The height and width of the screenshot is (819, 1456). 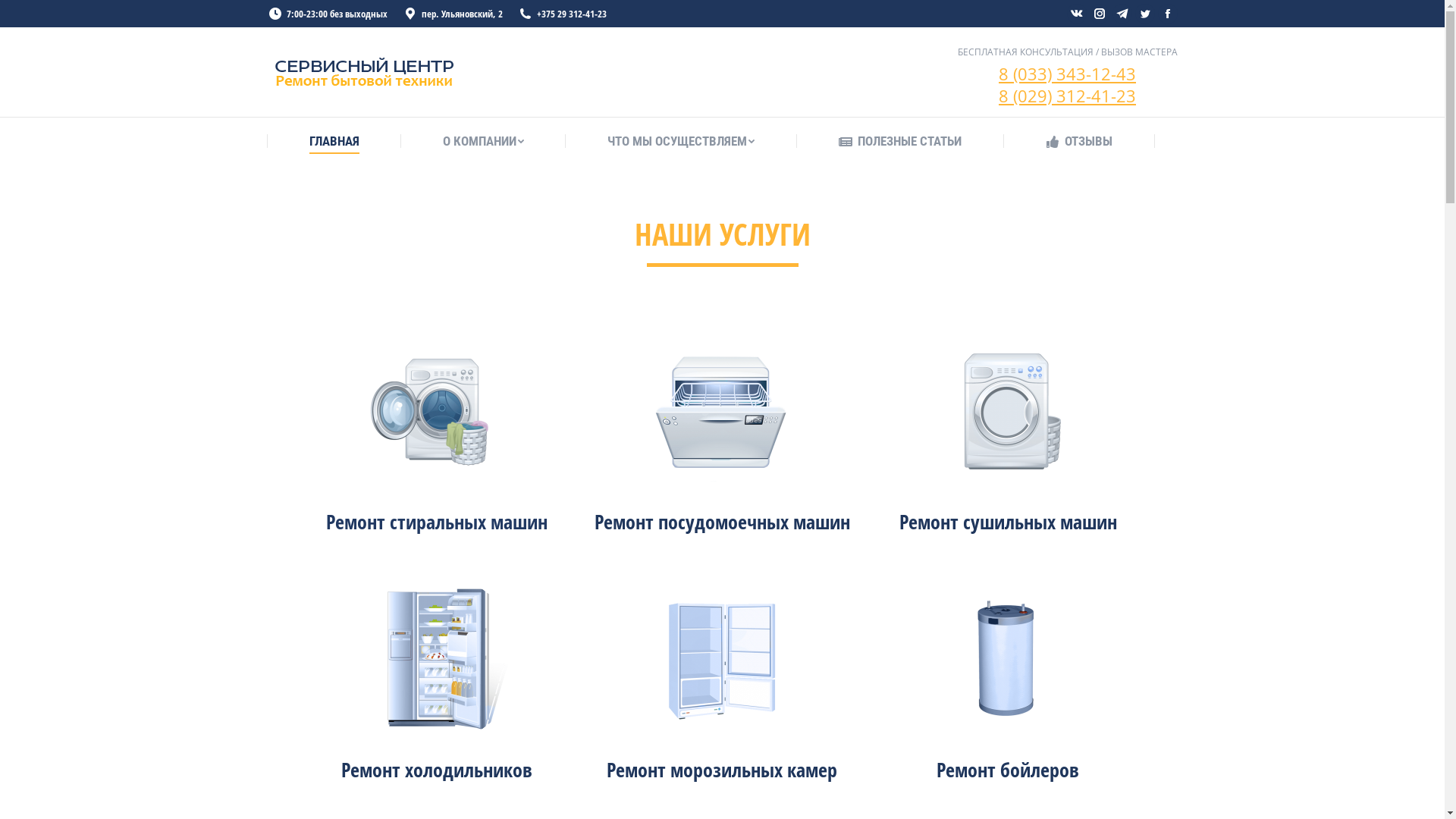 I want to click on '8 (029) 312-41-23', so click(x=1066, y=94).